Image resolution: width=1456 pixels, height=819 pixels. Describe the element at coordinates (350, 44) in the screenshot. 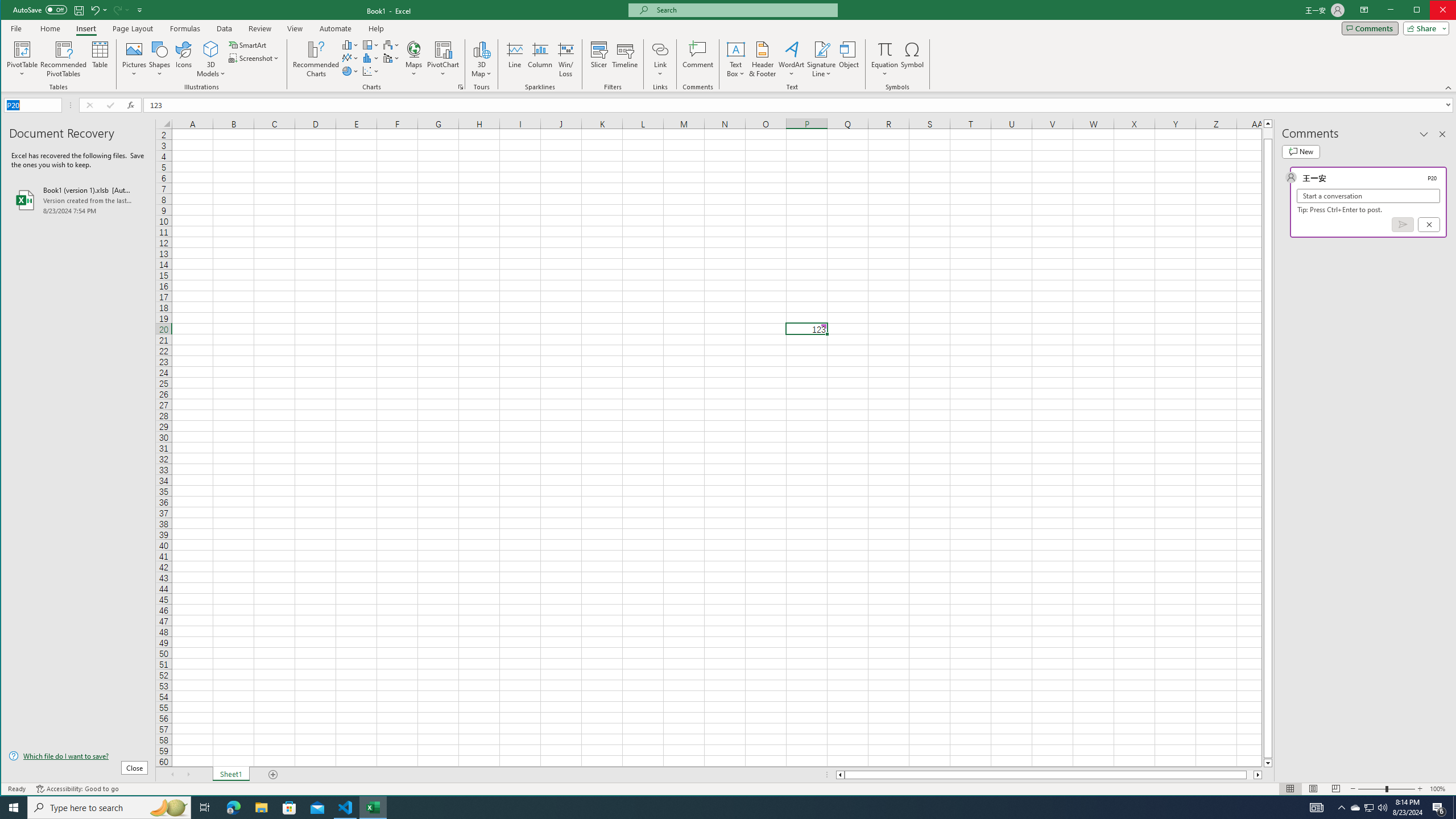

I see `'Insert Column or Bar Chart'` at that location.